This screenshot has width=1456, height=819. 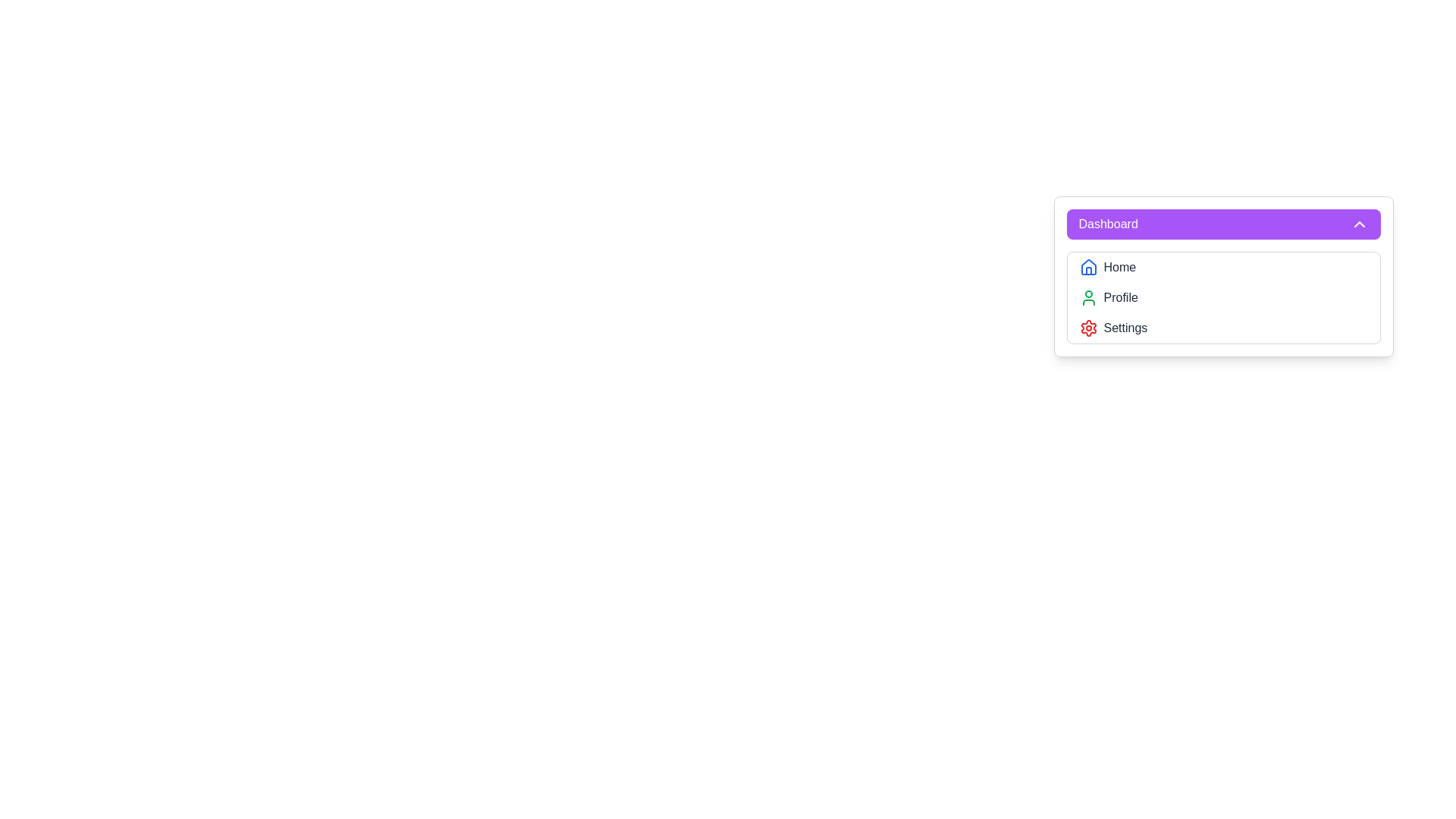 I want to click on the 'Dashboard' text label, which is styled with white text on a purple background and located at the top-left of a dropdown component, so click(x=1108, y=224).